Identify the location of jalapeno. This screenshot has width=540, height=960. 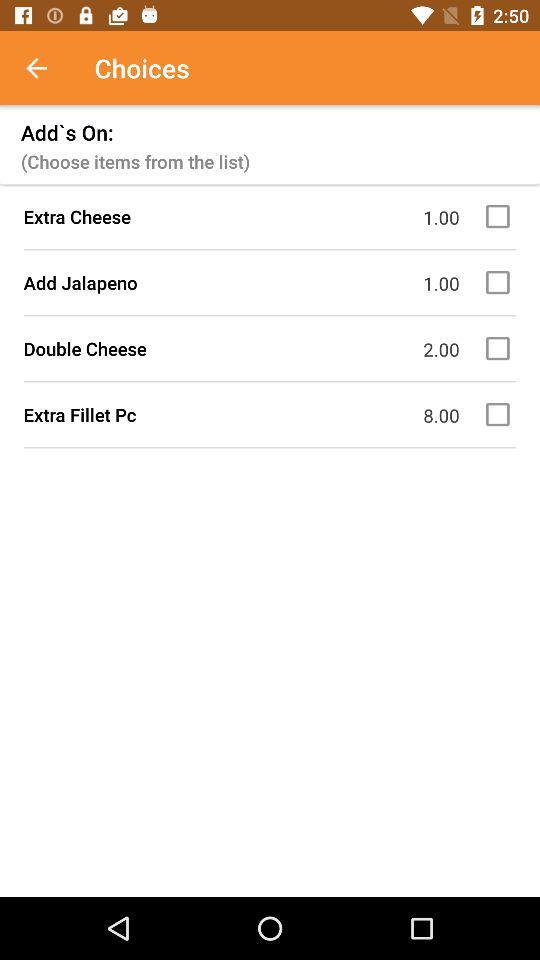
(500, 281).